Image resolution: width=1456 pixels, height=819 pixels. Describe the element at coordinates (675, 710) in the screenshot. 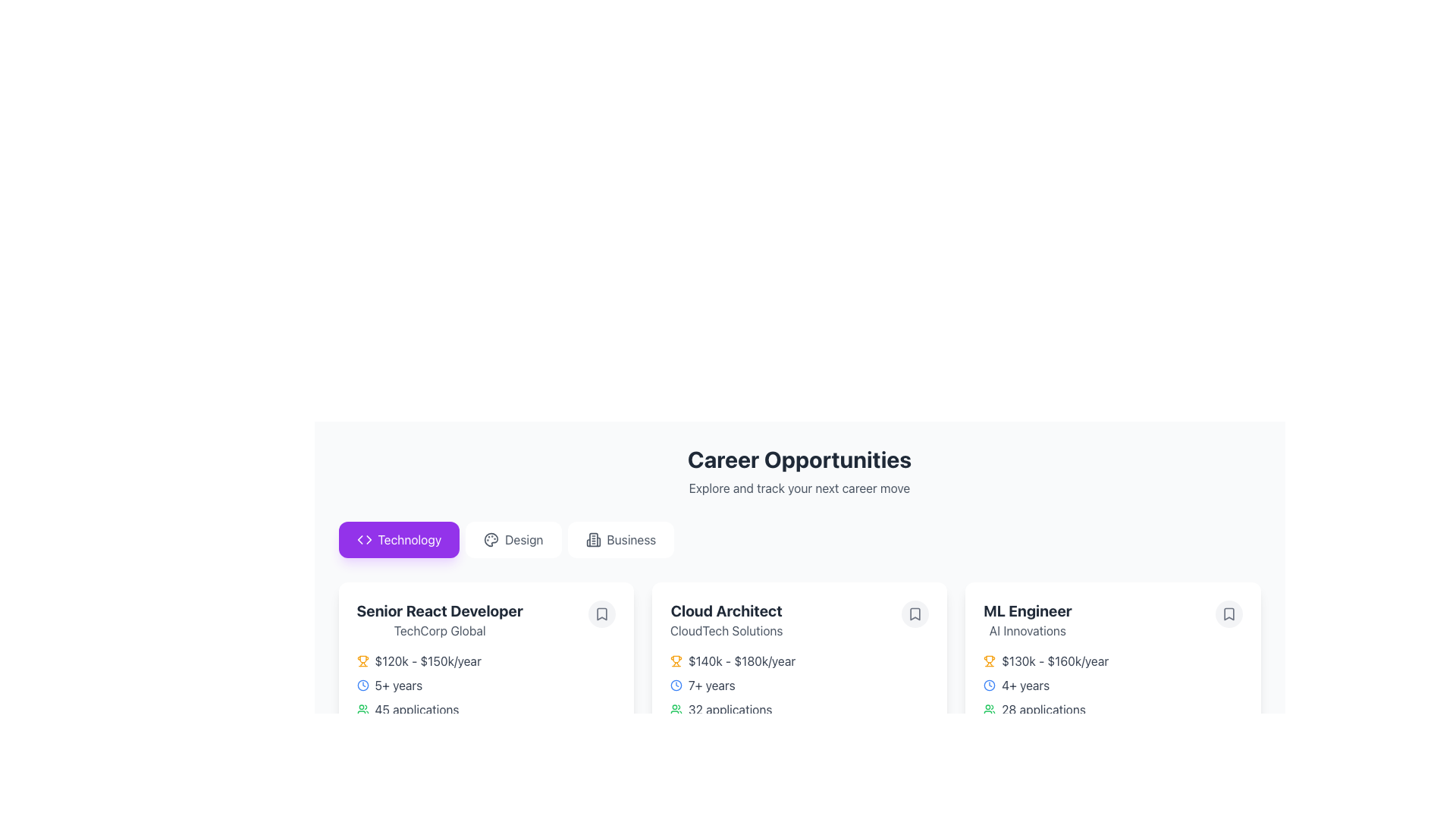

I see `the leftmost icon representing '32 applications' to interact with it` at that location.